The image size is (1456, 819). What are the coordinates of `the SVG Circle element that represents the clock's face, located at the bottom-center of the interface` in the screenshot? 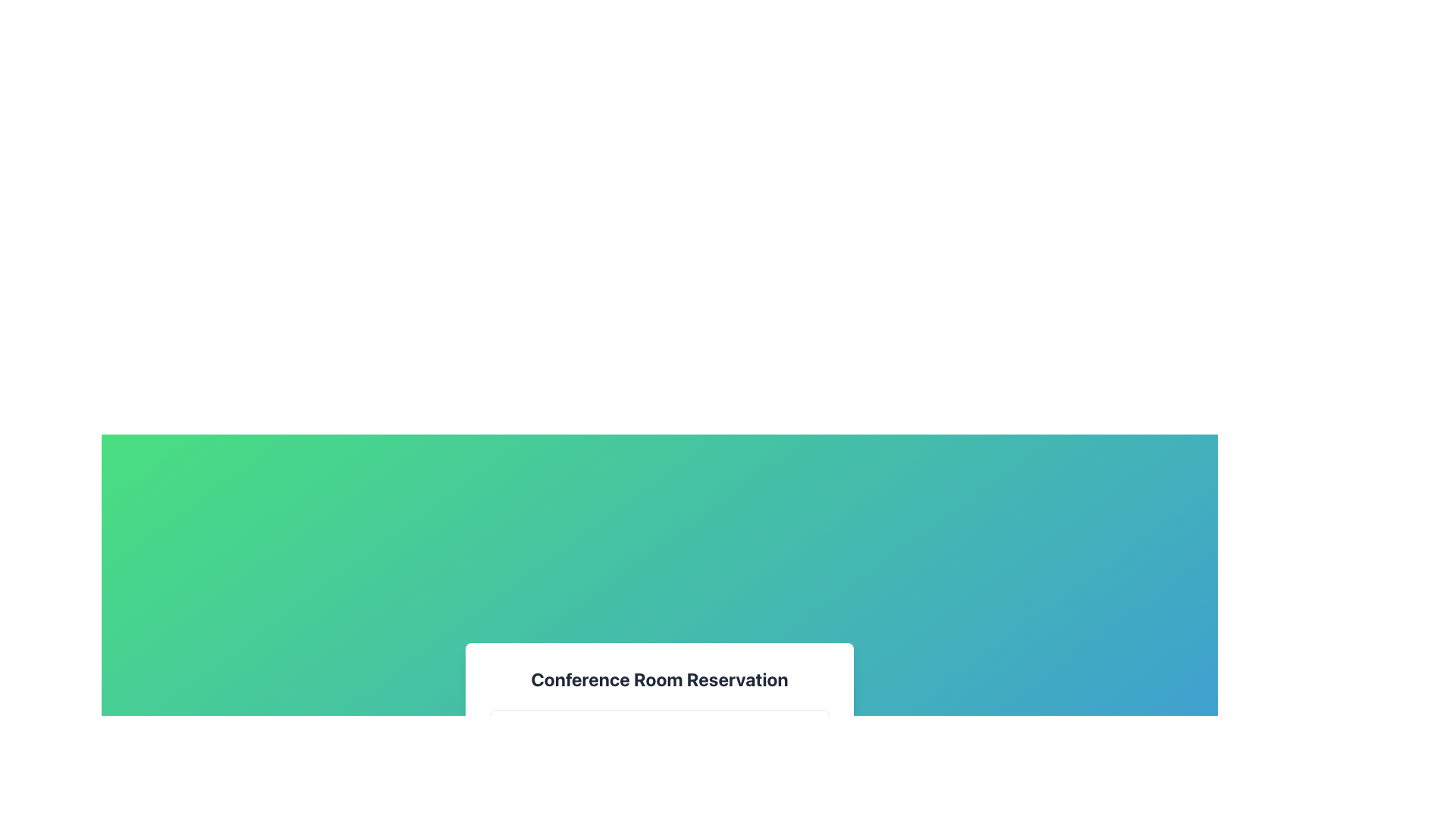 It's located at (684, 785).